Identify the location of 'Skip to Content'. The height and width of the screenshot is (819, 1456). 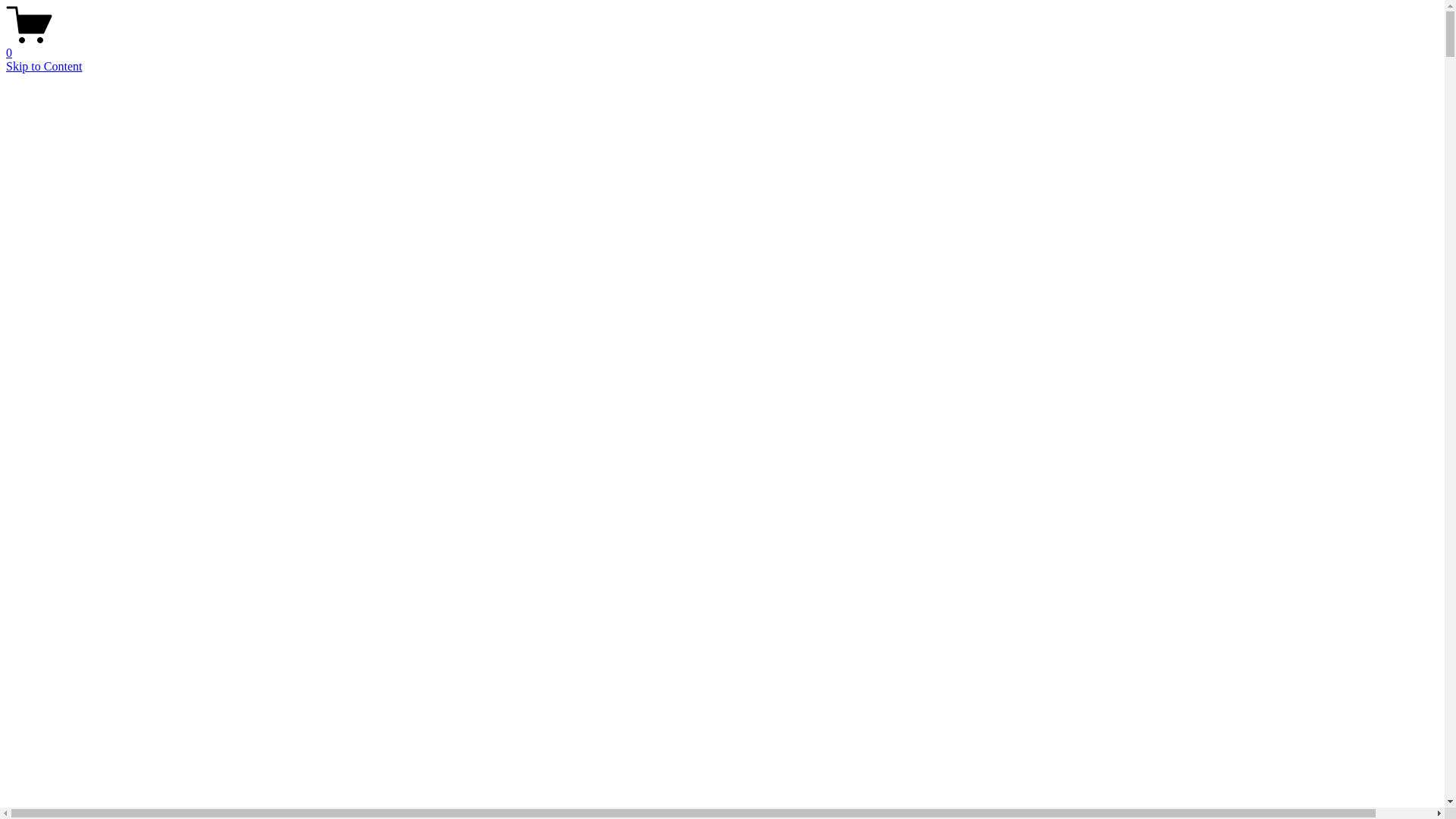
(43, 65).